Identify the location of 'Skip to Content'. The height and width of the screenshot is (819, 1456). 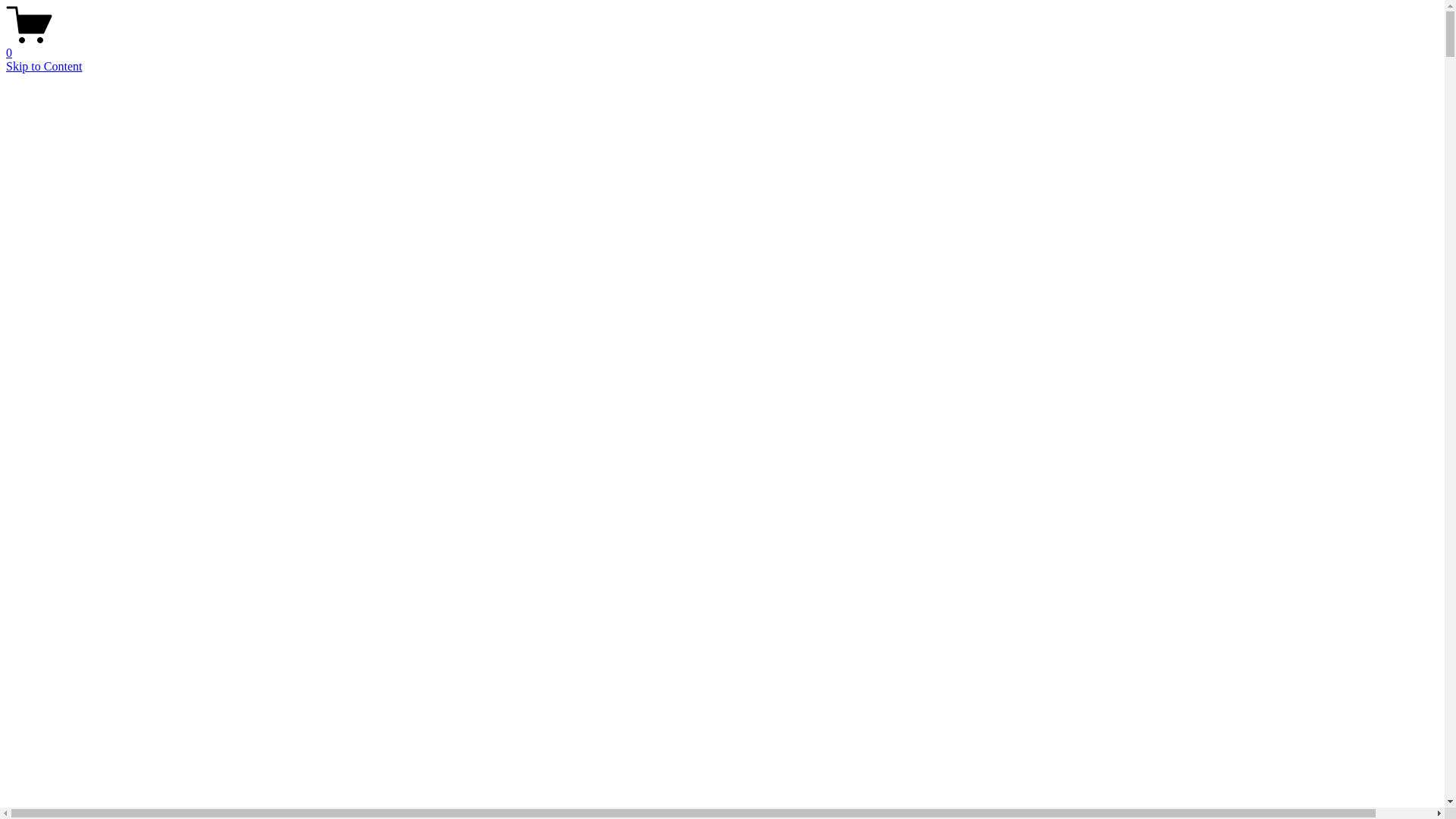
(43, 65).